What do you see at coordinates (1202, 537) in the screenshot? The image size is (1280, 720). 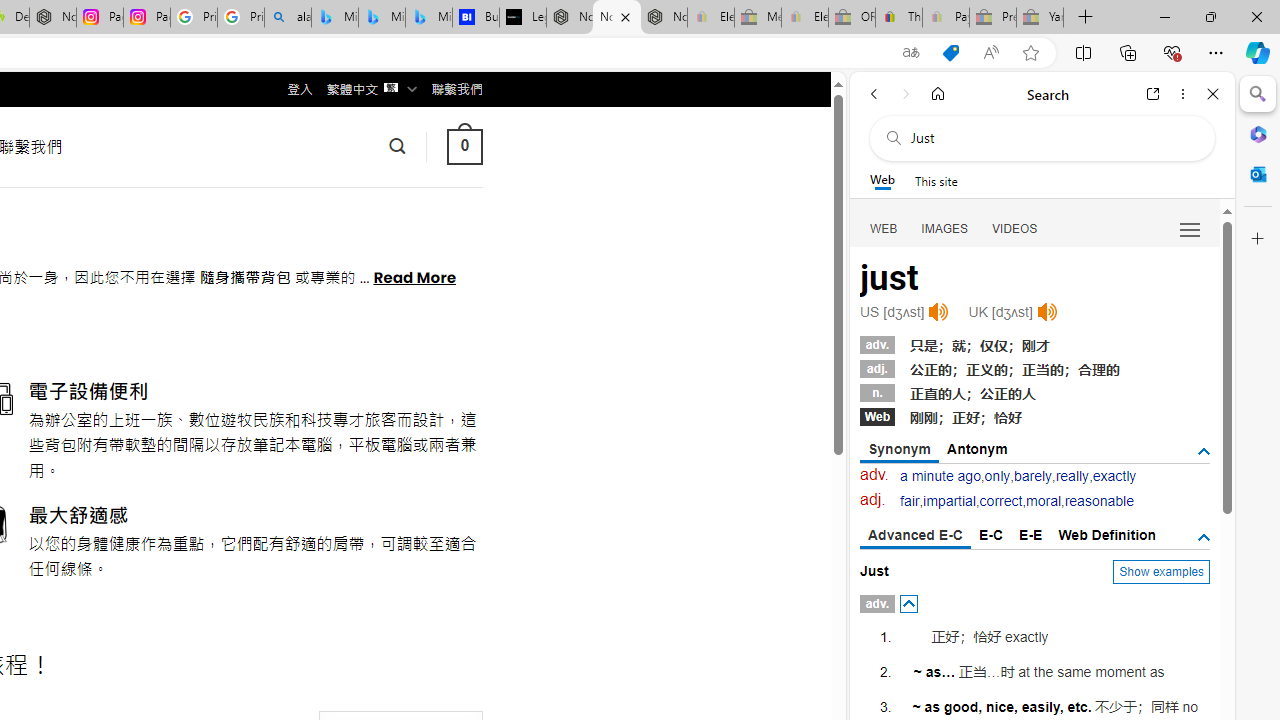 I see `'AutomationID: tgdef'` at bounding box center [1202, 537].